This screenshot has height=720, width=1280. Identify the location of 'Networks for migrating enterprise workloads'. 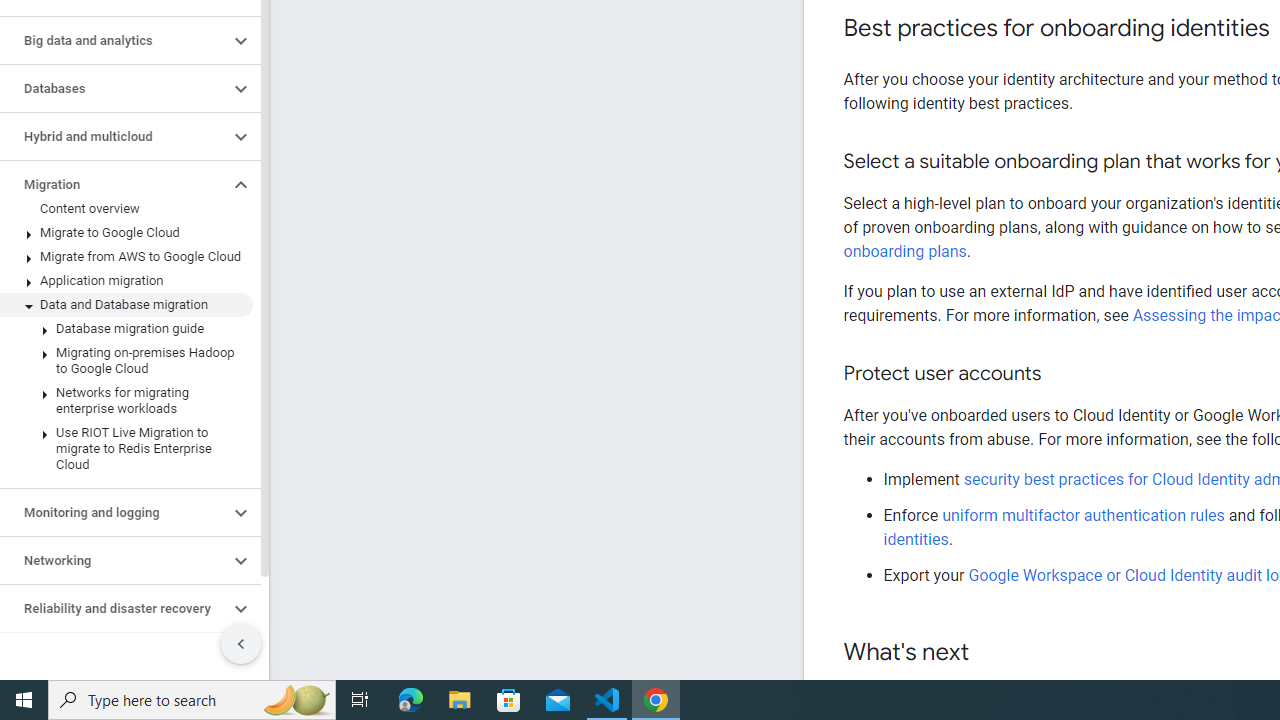
(125, 401).